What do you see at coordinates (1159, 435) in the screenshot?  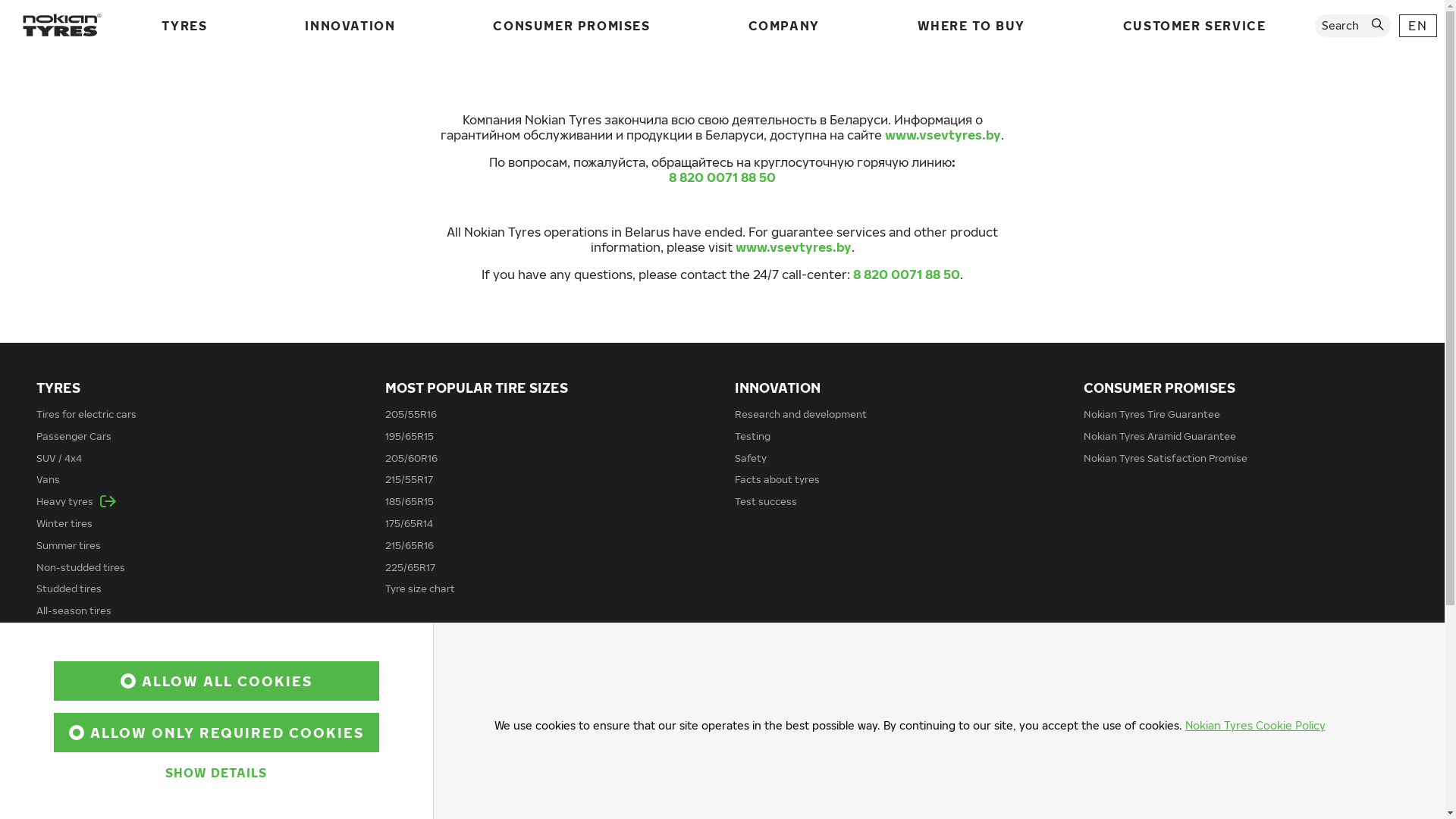 I see `'Nokian Tyres Aramid Guarantee'` at bounding box center [1159, 435].